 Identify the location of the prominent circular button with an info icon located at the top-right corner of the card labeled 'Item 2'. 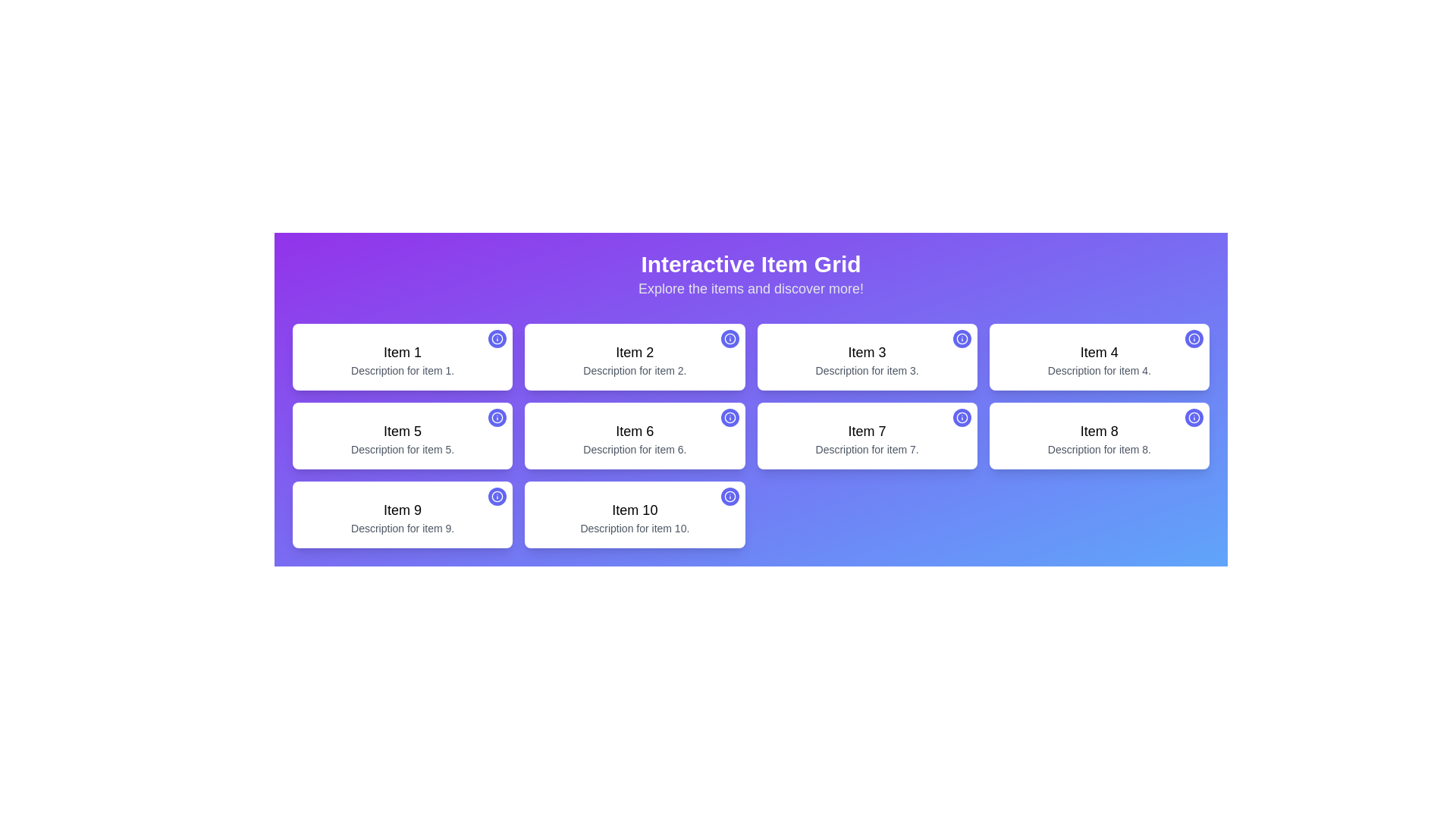
(730, 338).